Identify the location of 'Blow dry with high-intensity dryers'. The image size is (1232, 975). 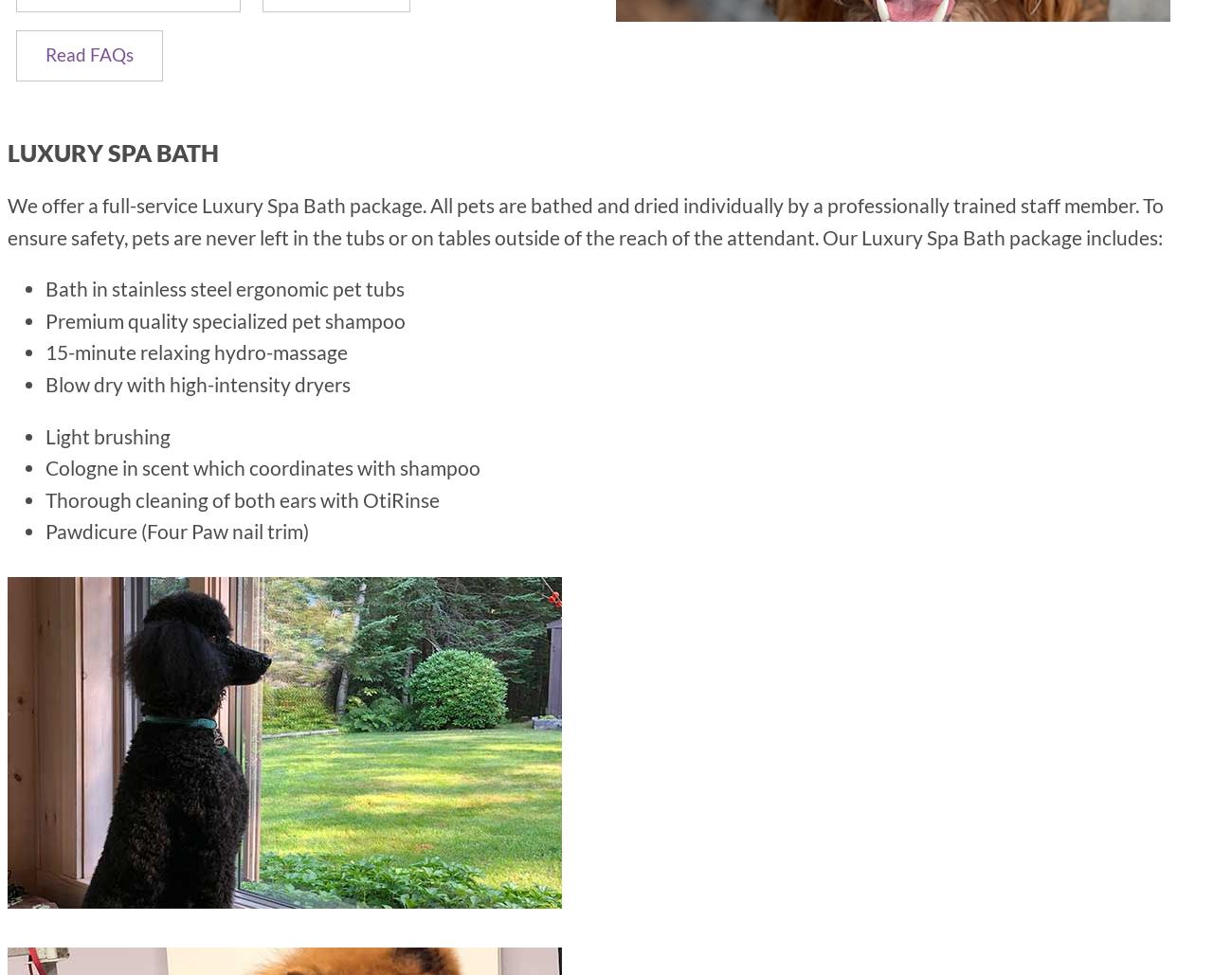
(198, 382).